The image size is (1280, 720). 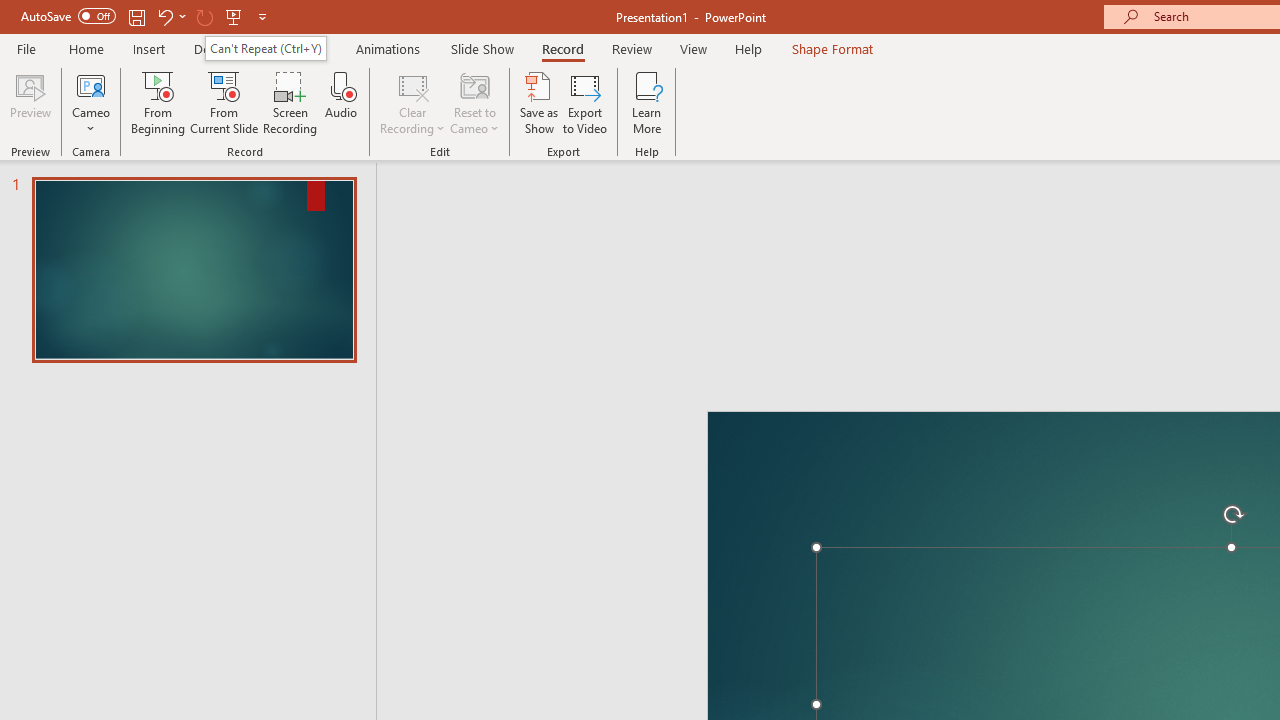 I want to click on 'Clear Recording', so click(x=411, y=103).